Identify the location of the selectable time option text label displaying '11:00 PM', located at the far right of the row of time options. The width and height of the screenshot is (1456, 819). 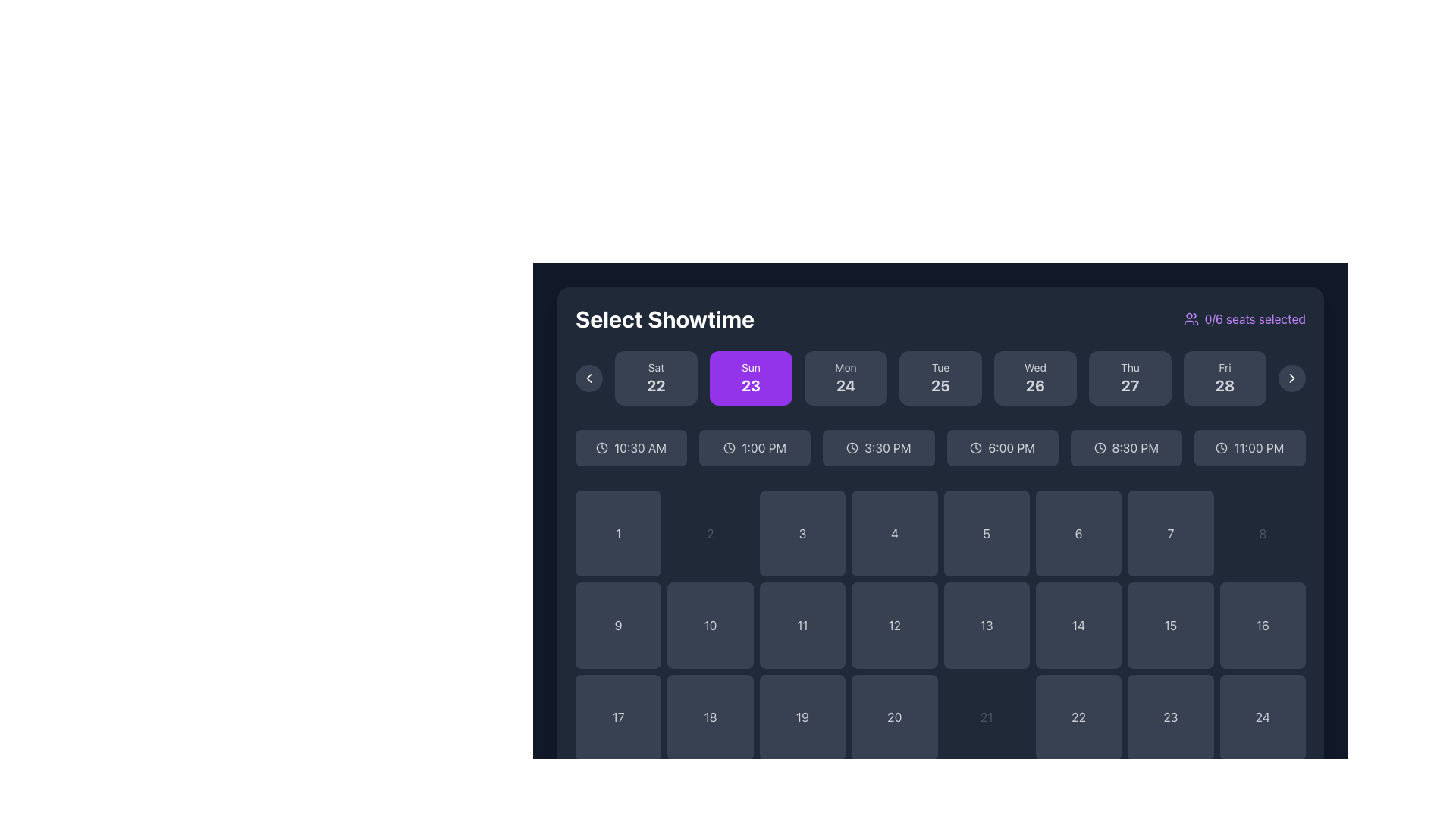
(1259, 447).